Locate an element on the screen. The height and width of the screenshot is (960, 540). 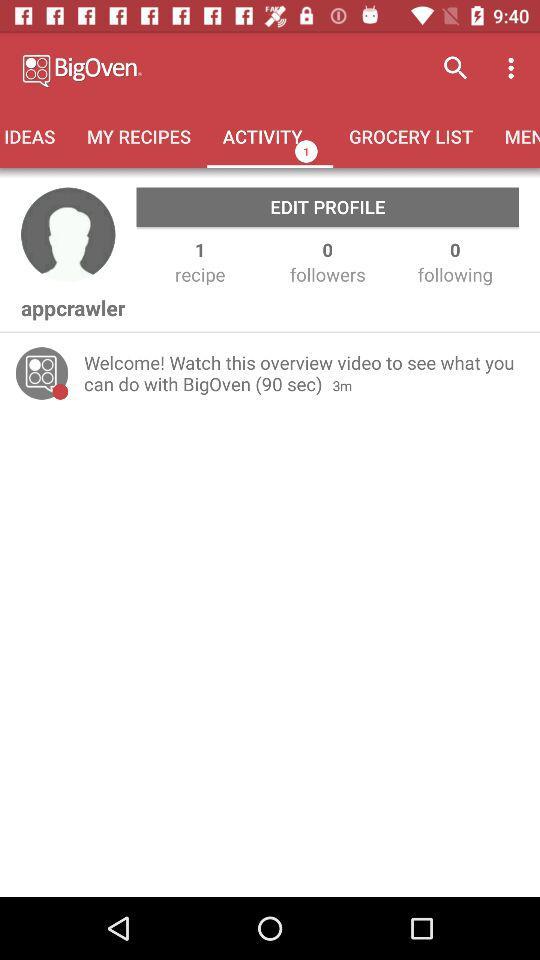
icon above the grocery list icon is located at coordinates (455, 68).